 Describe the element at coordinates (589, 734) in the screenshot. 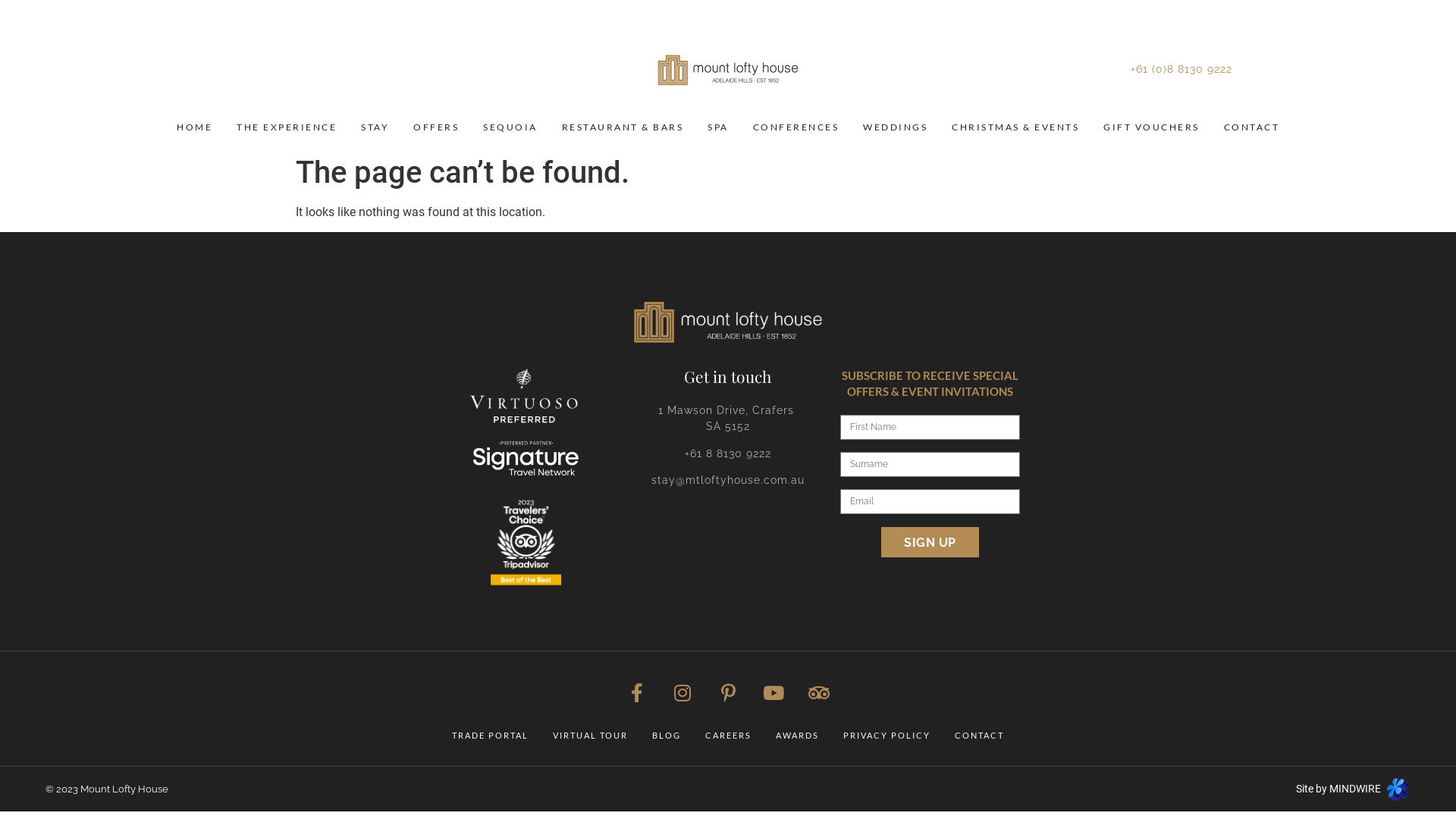

I see `'VIRTUAL TOUR'` at that location.